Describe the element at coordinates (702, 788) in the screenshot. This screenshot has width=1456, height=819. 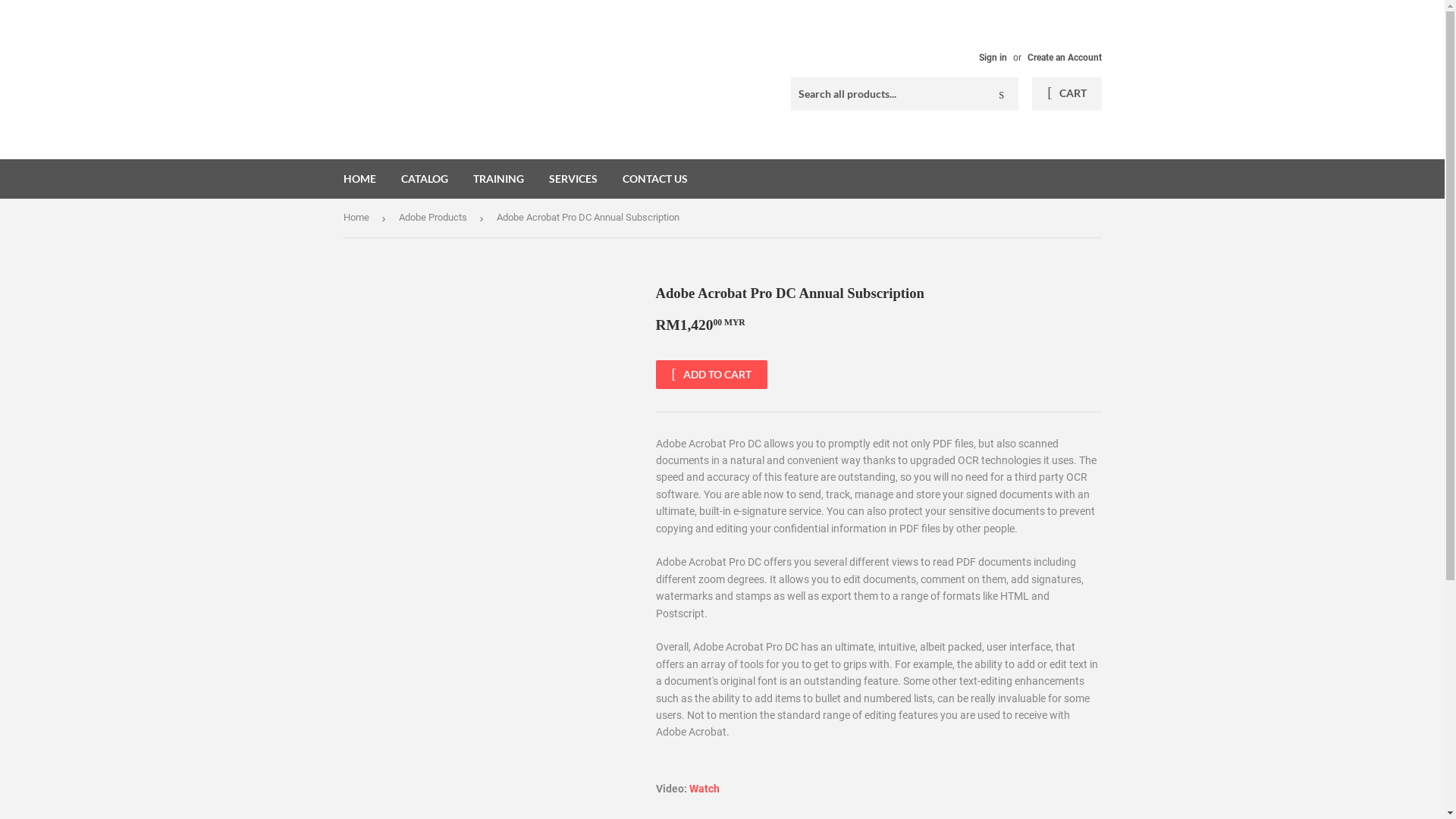
I see `'Watch'` at that location.